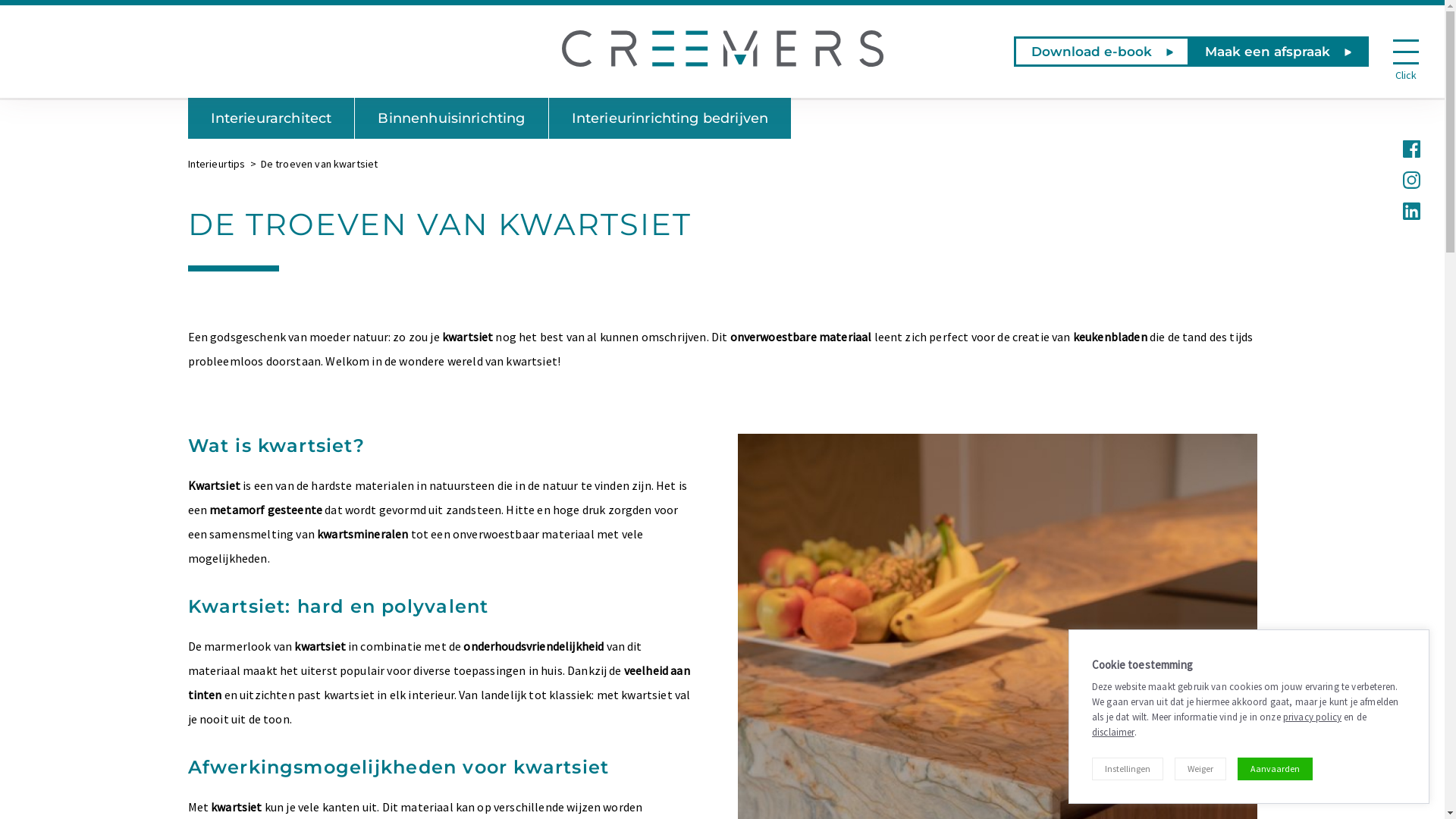 This screenshot has width=1456, height=819. I want to click on 'Interieurinrichting bedrijven', so click(669, 117).